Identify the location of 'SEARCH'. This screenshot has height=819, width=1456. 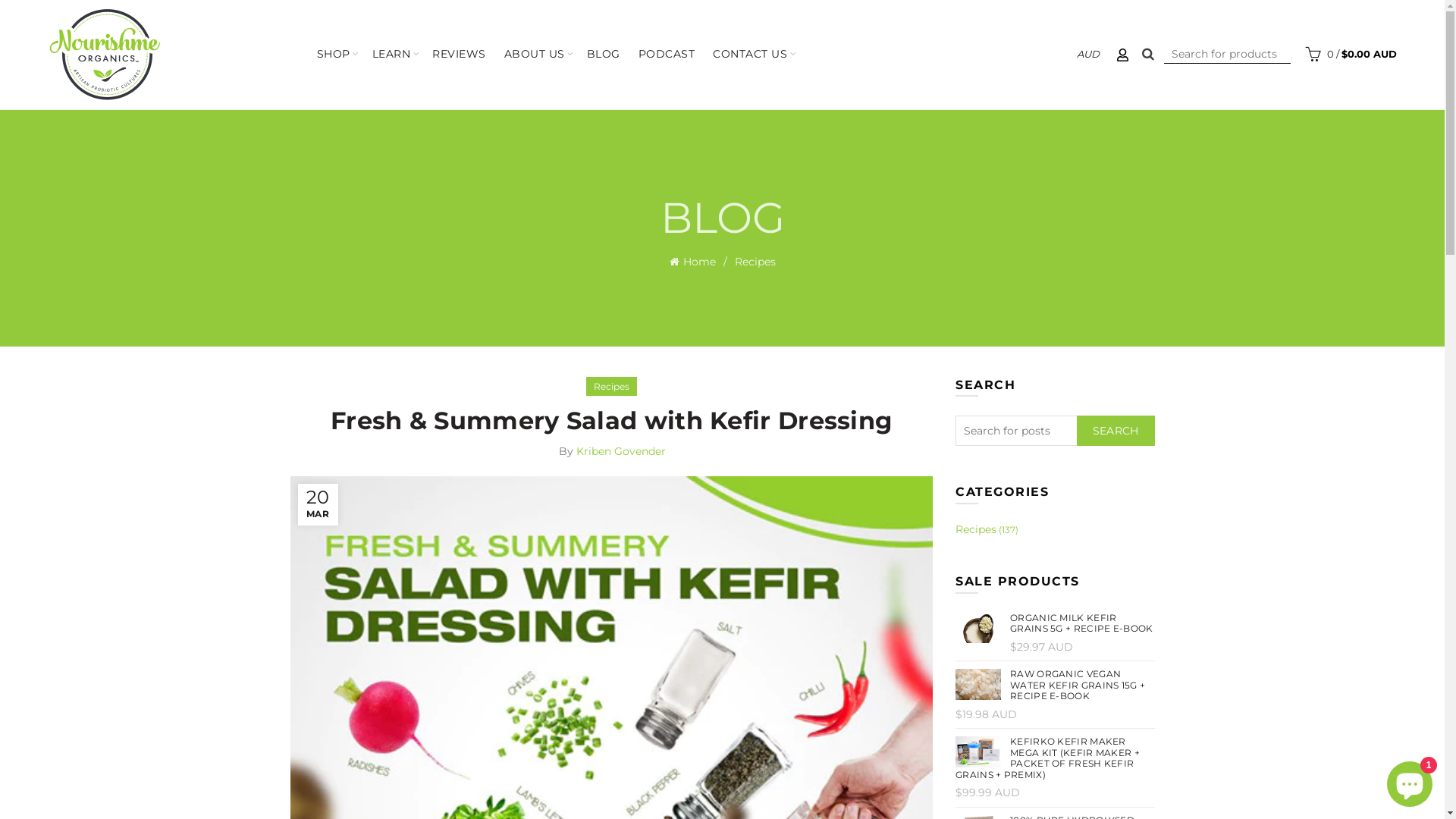
(1116, 430).